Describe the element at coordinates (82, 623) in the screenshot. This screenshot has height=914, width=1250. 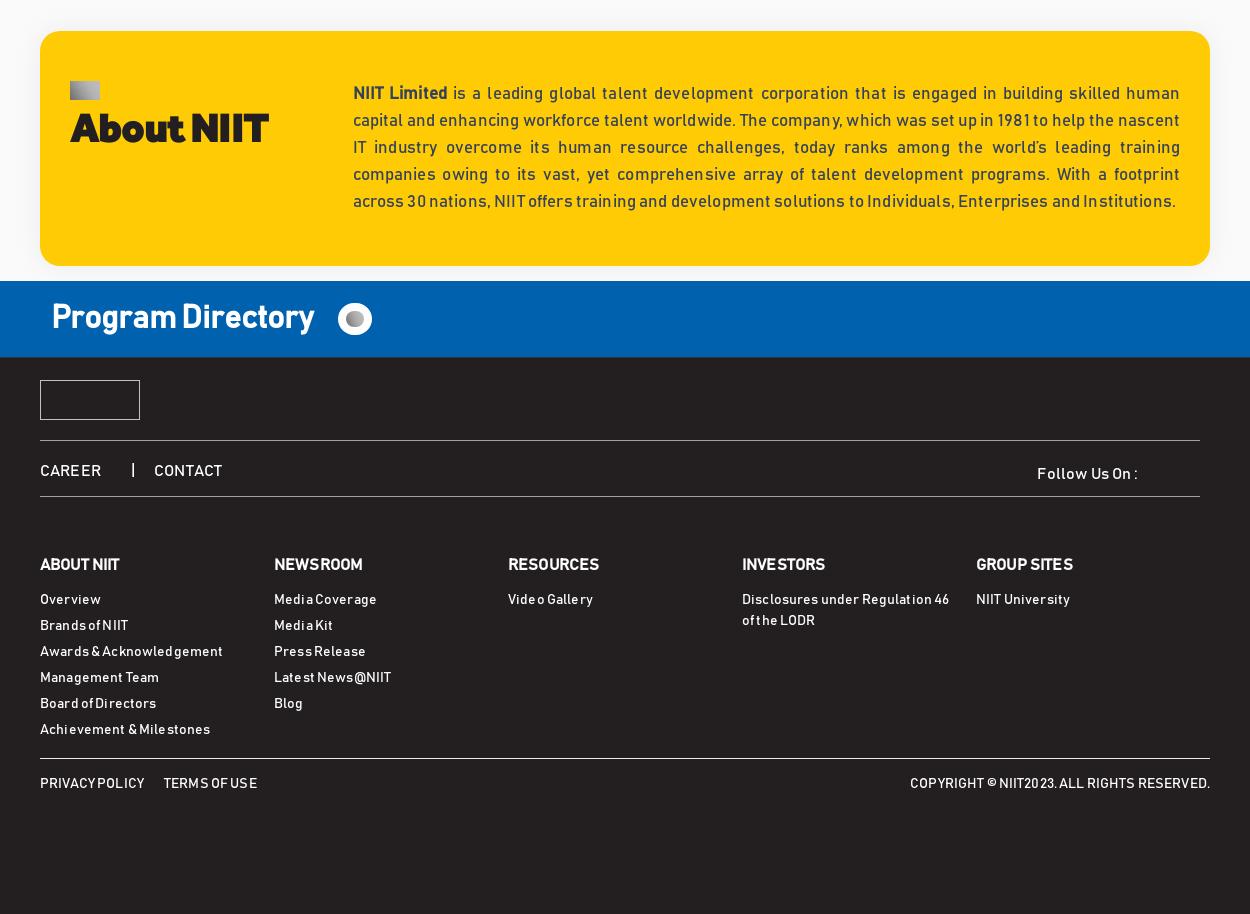
I see `'Brands of NIIT'` at that location.